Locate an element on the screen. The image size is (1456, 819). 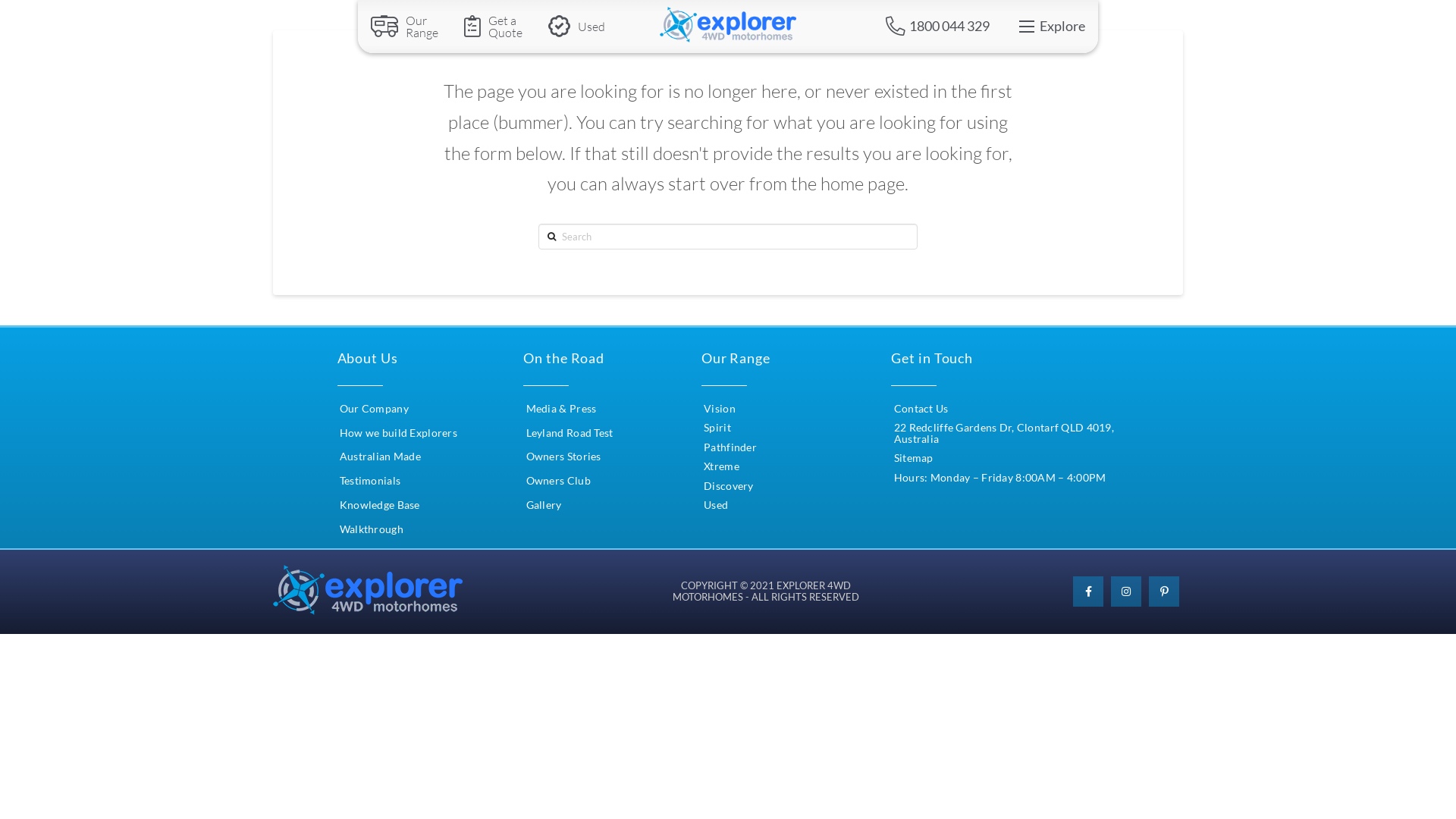
'Our Company' is located at coordinates (336, 409).